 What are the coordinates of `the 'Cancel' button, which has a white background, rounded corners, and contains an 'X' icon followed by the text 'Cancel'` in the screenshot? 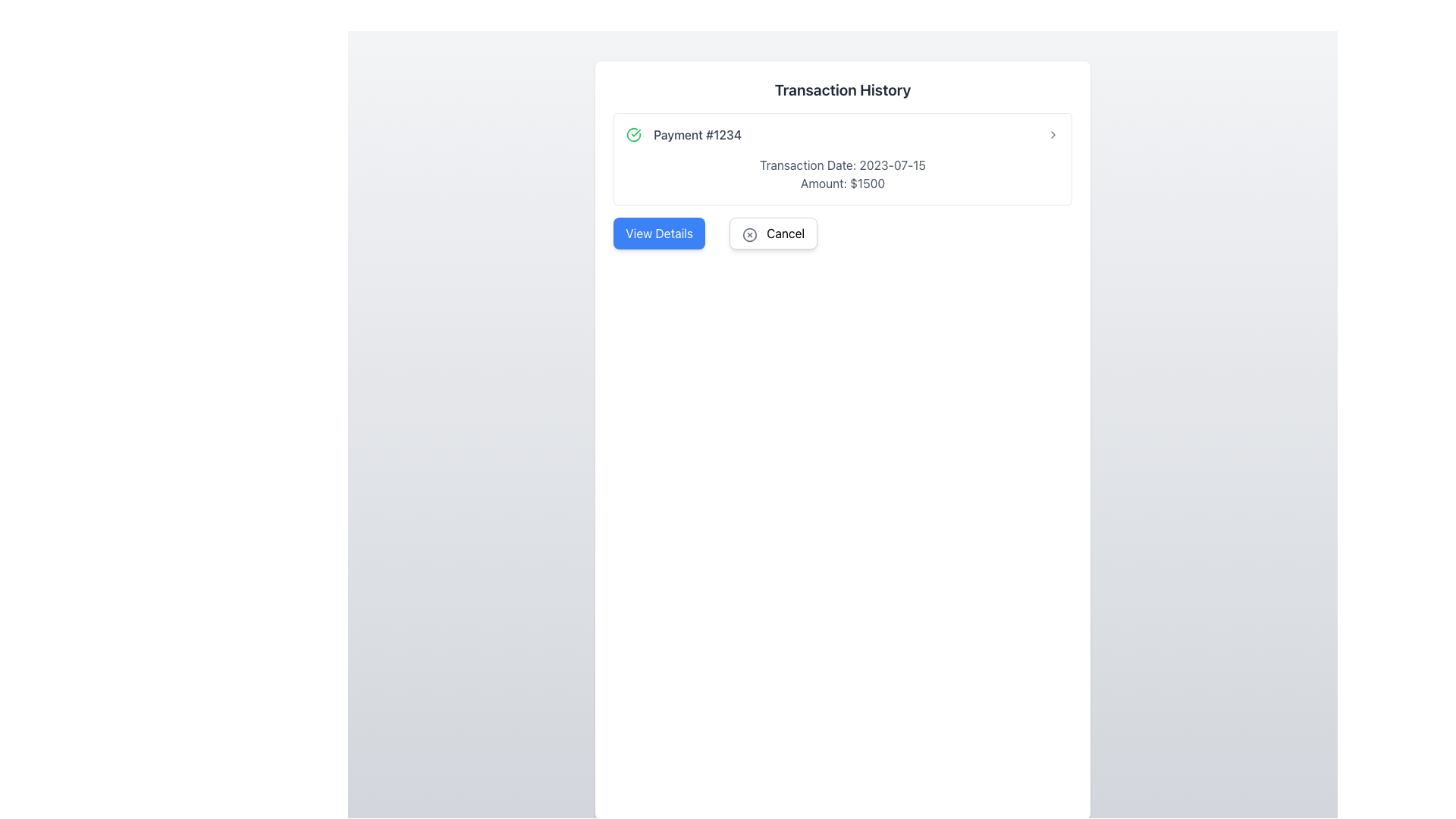 It's located at (773, 234).